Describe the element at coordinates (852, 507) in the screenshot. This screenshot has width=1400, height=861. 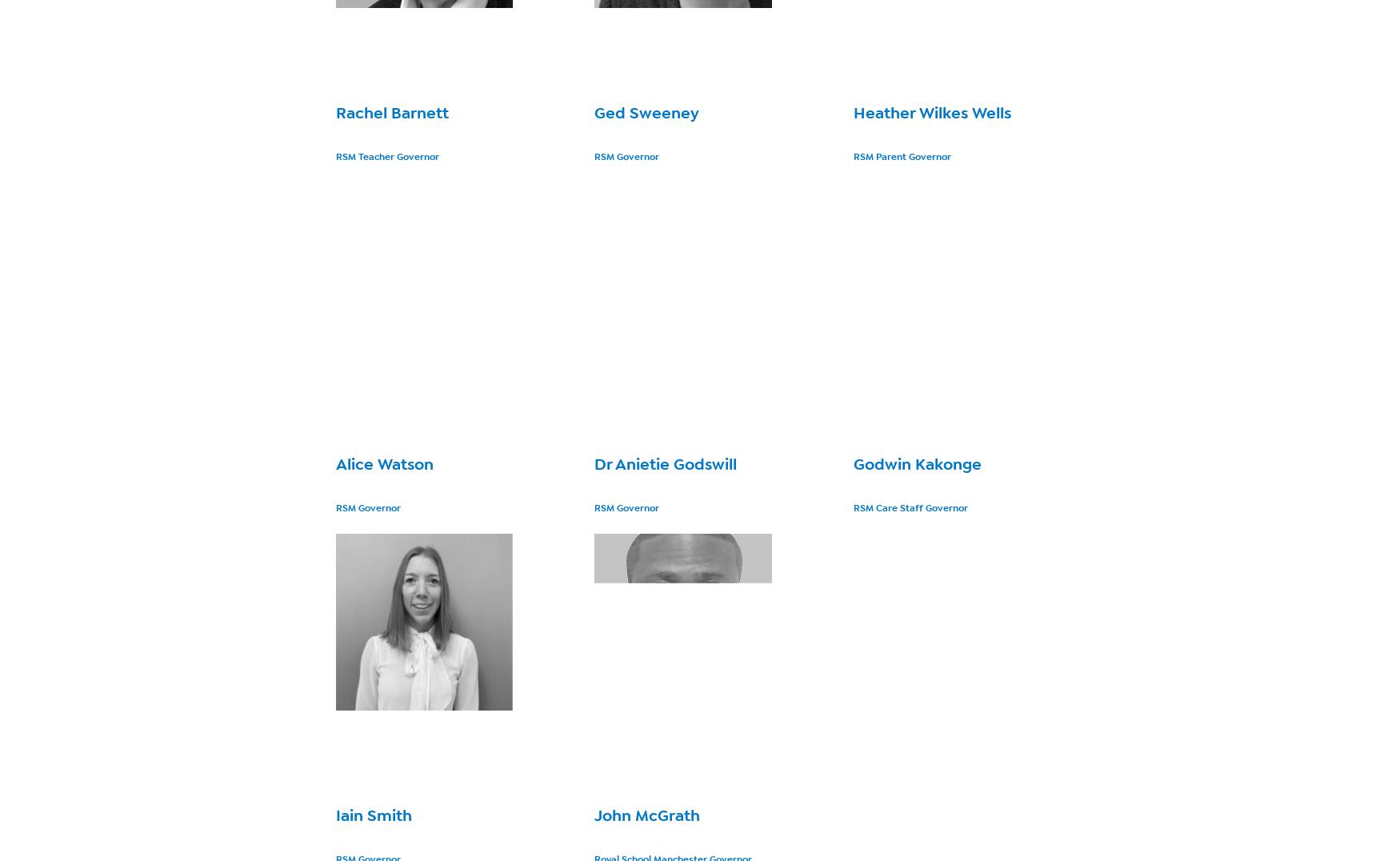
I see `'RSM Care Staff Governor'` at that location.